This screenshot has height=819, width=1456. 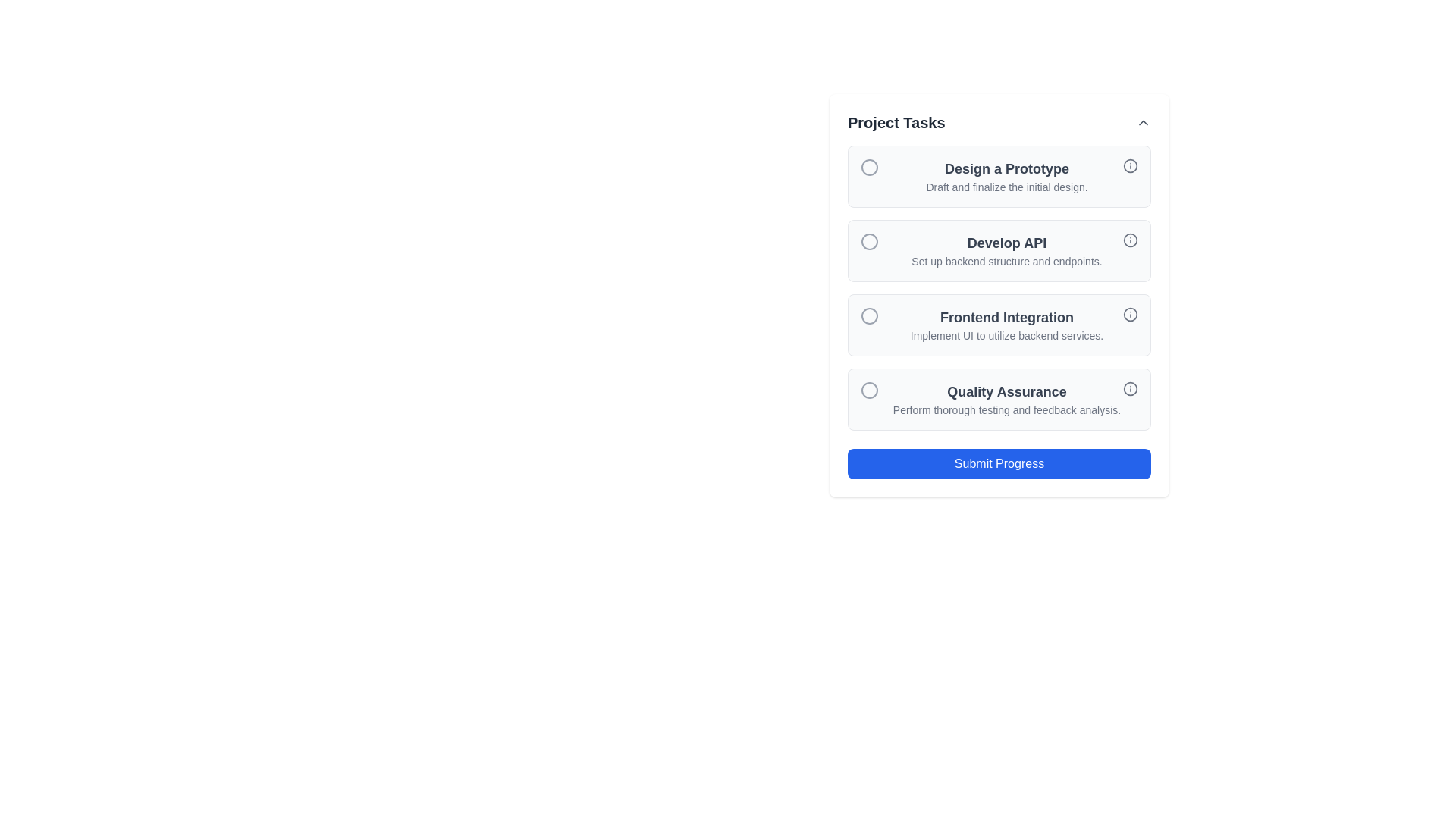 I want to click on the circular icon button with an embedded information symbol located beside the text 'Frontend Integration' in the third position of the task list, so click(x=1131, y=314).